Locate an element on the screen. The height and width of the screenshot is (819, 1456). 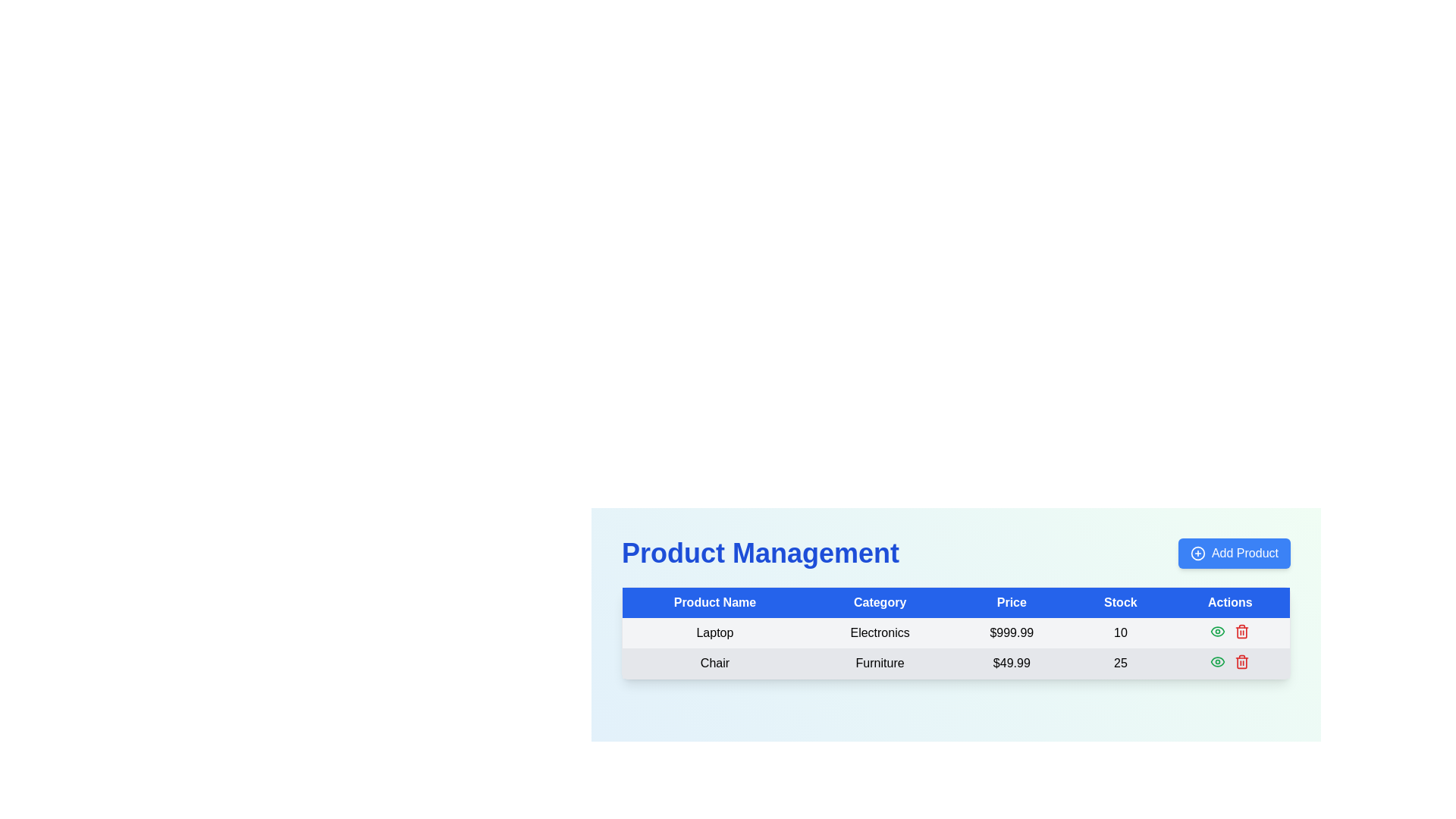
text of the Table Header element that identifies the content of the product names column, located at the leftmost position of the header row is located at coordinates (714, 601).